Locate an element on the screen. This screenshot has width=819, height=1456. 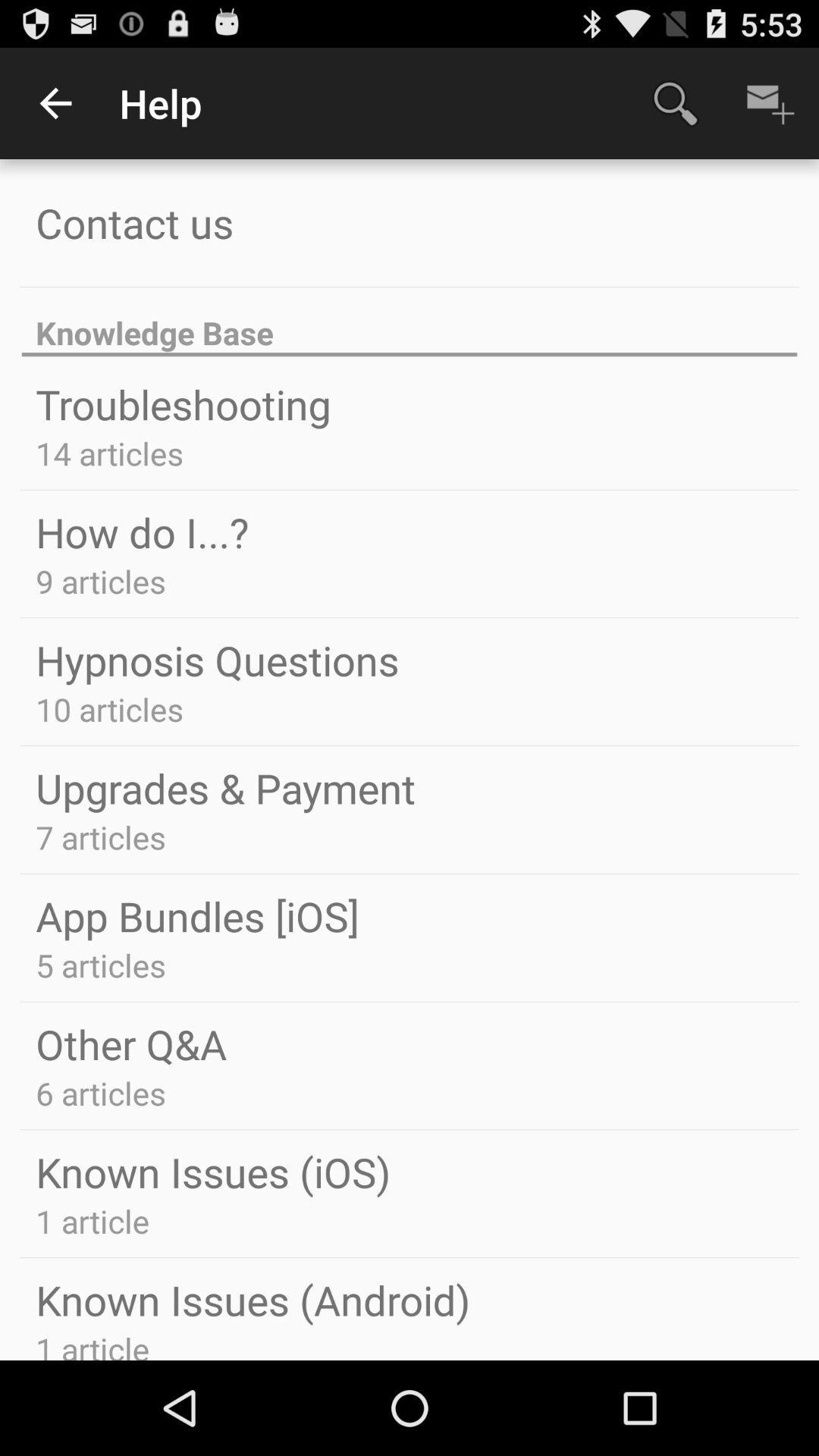
the icon above 7 articles item is located at coordinates (225, 788).